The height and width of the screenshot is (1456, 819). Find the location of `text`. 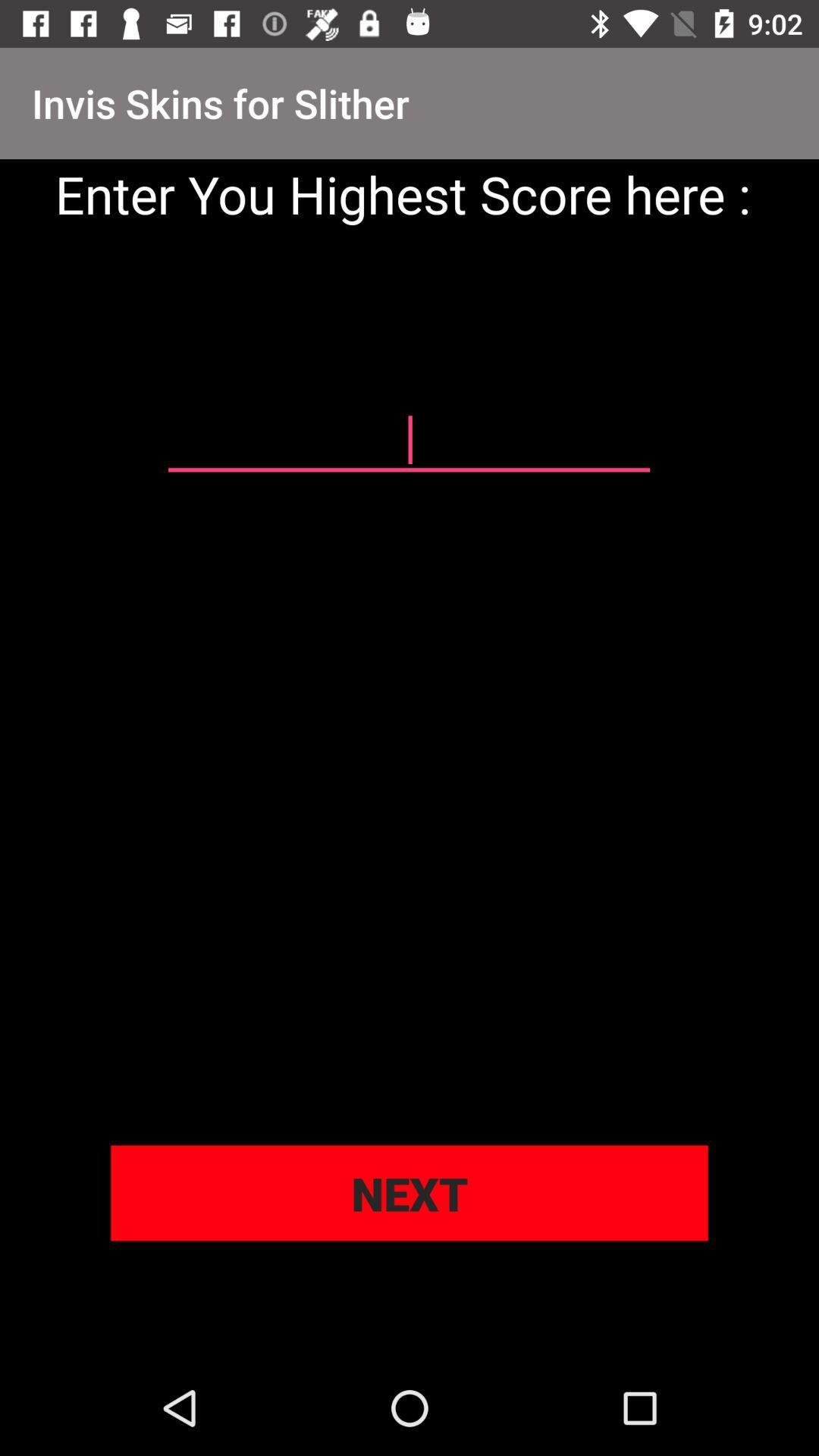

text is located at coordinates (408, 440).